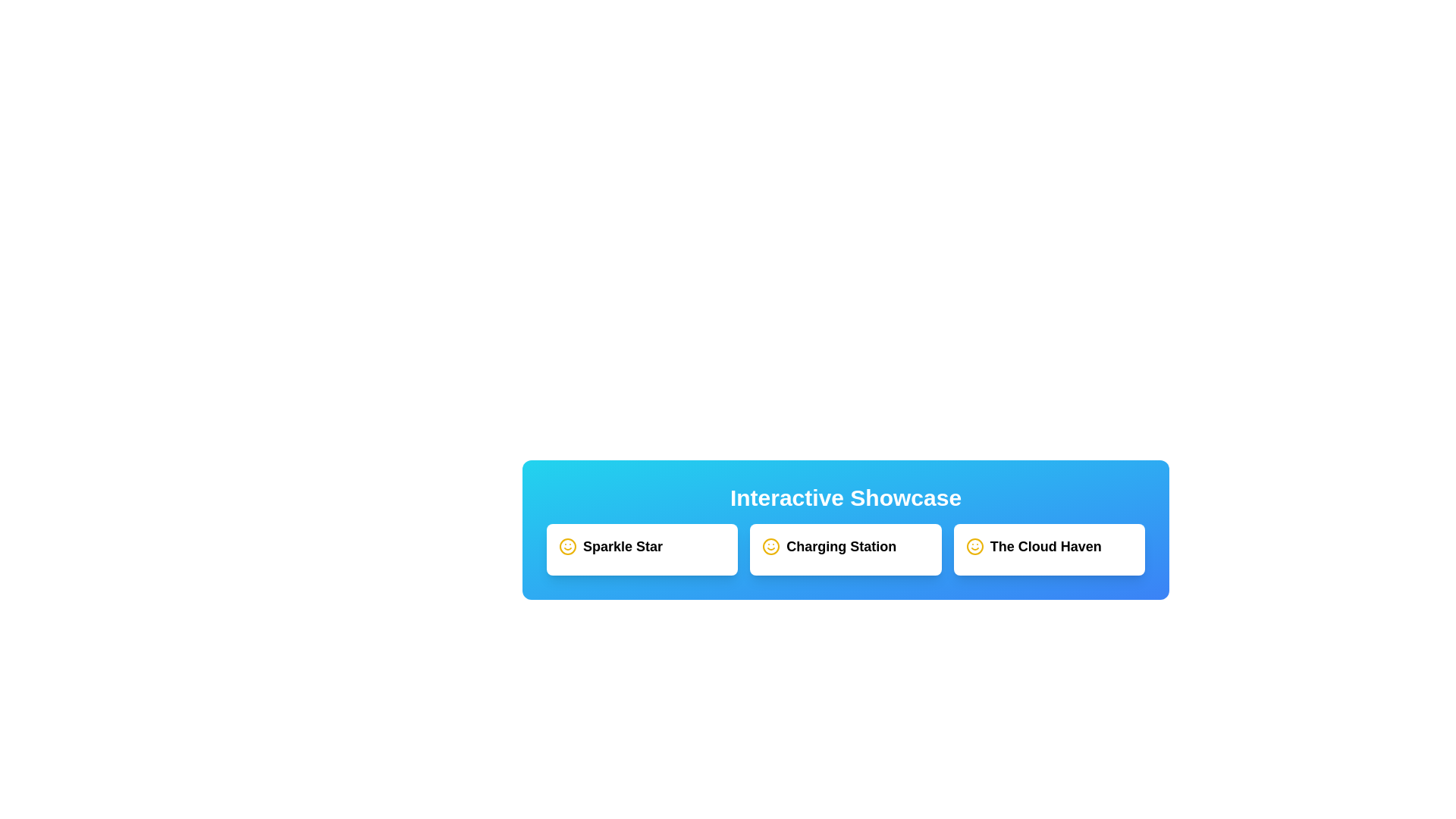 The image size is (1456, 819). I want to click on the Label with Icon element that displays the text 'Charging Station' and has a yellow smiley face icon to its left, so click(845, 547).